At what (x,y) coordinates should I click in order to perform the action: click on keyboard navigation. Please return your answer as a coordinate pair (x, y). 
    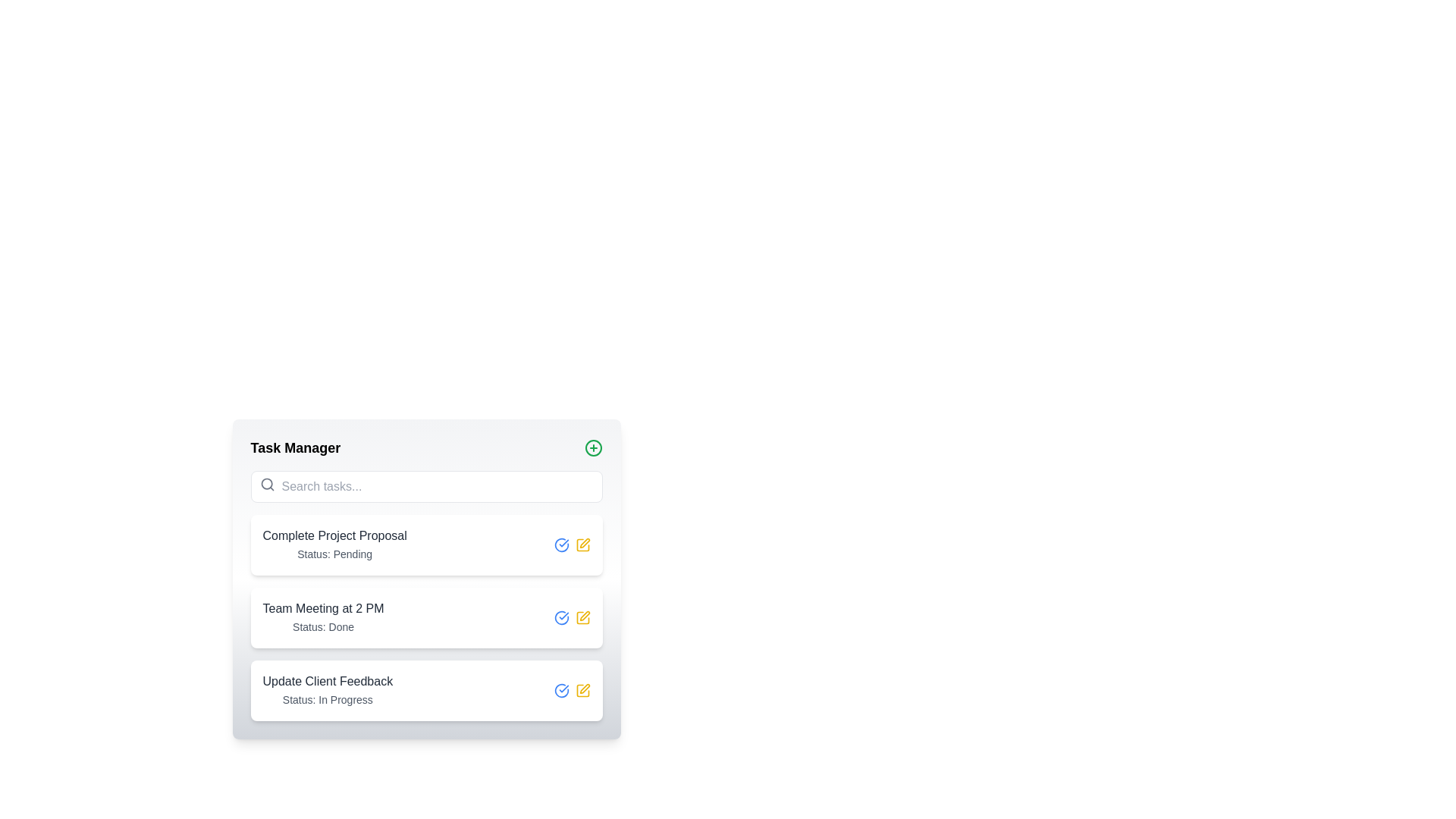
    Looking at the image, I should click on (425, 617).